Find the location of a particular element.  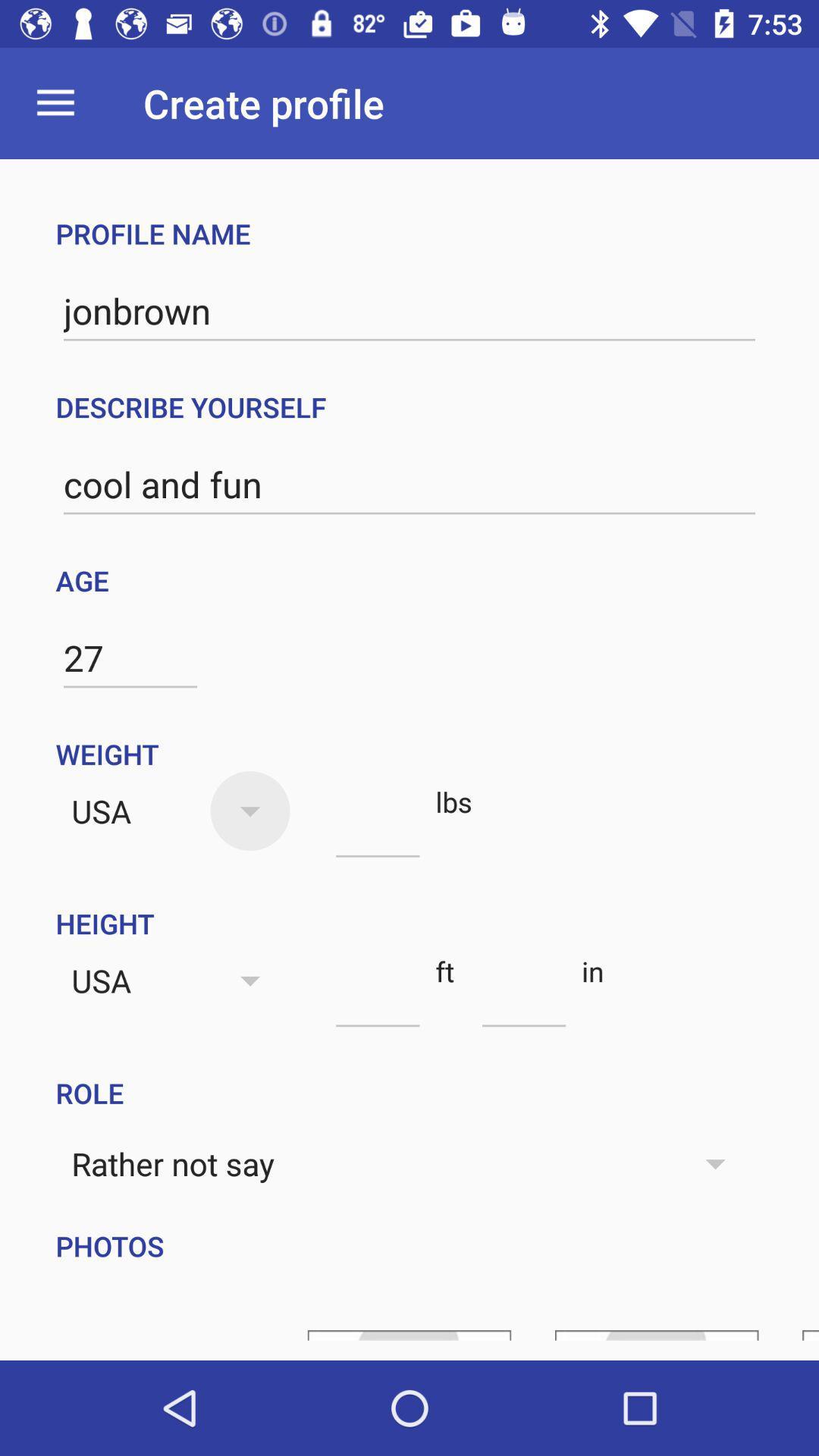

number of inches is located at coordinates (523, 999).